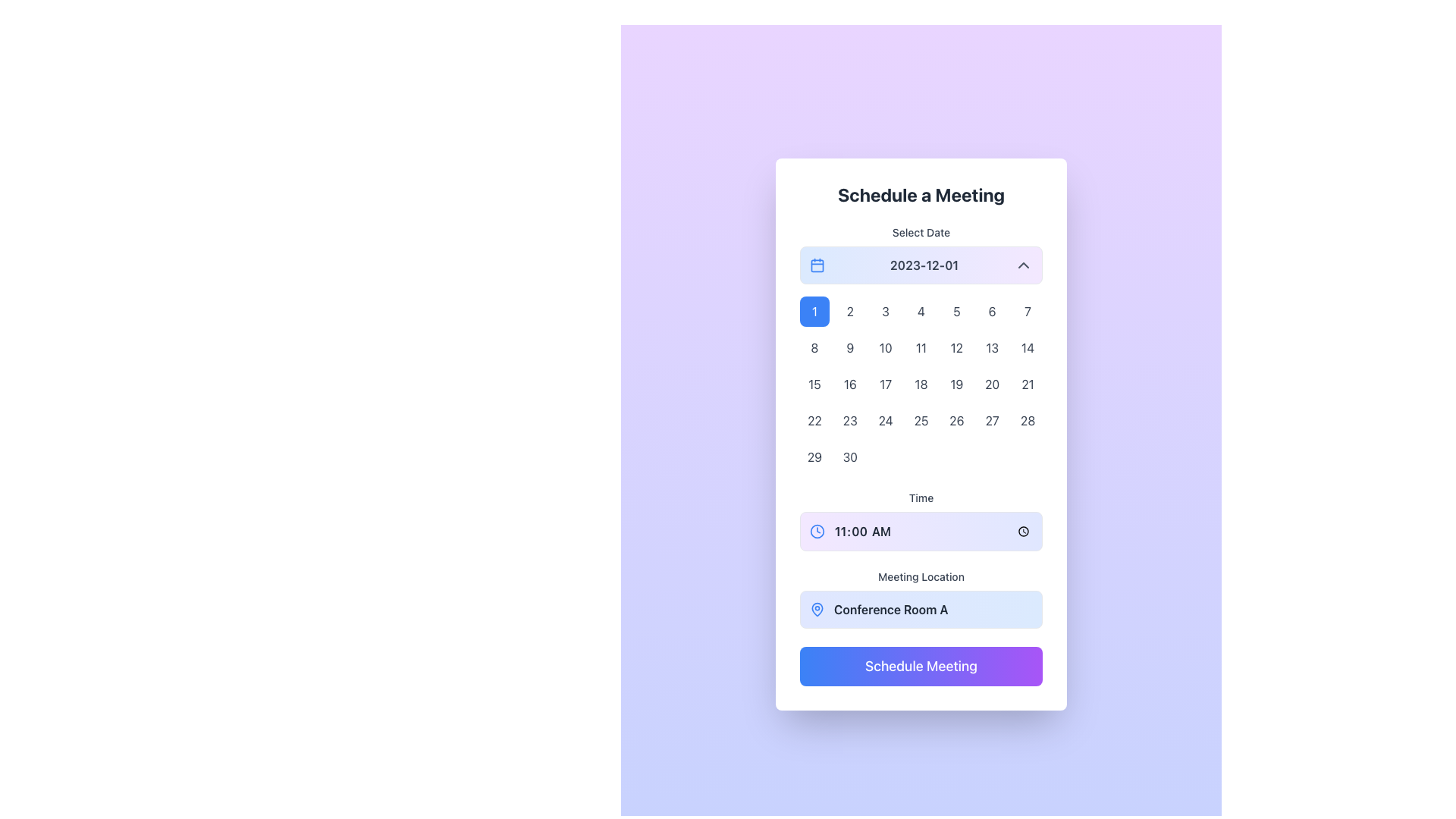  What do you see at coordinates (814, 348) in the screenshot?
I see `the button displaying the number '8', which is a rounded shape and located in the second row of the calendar grid` at bounding box center [814, 348].